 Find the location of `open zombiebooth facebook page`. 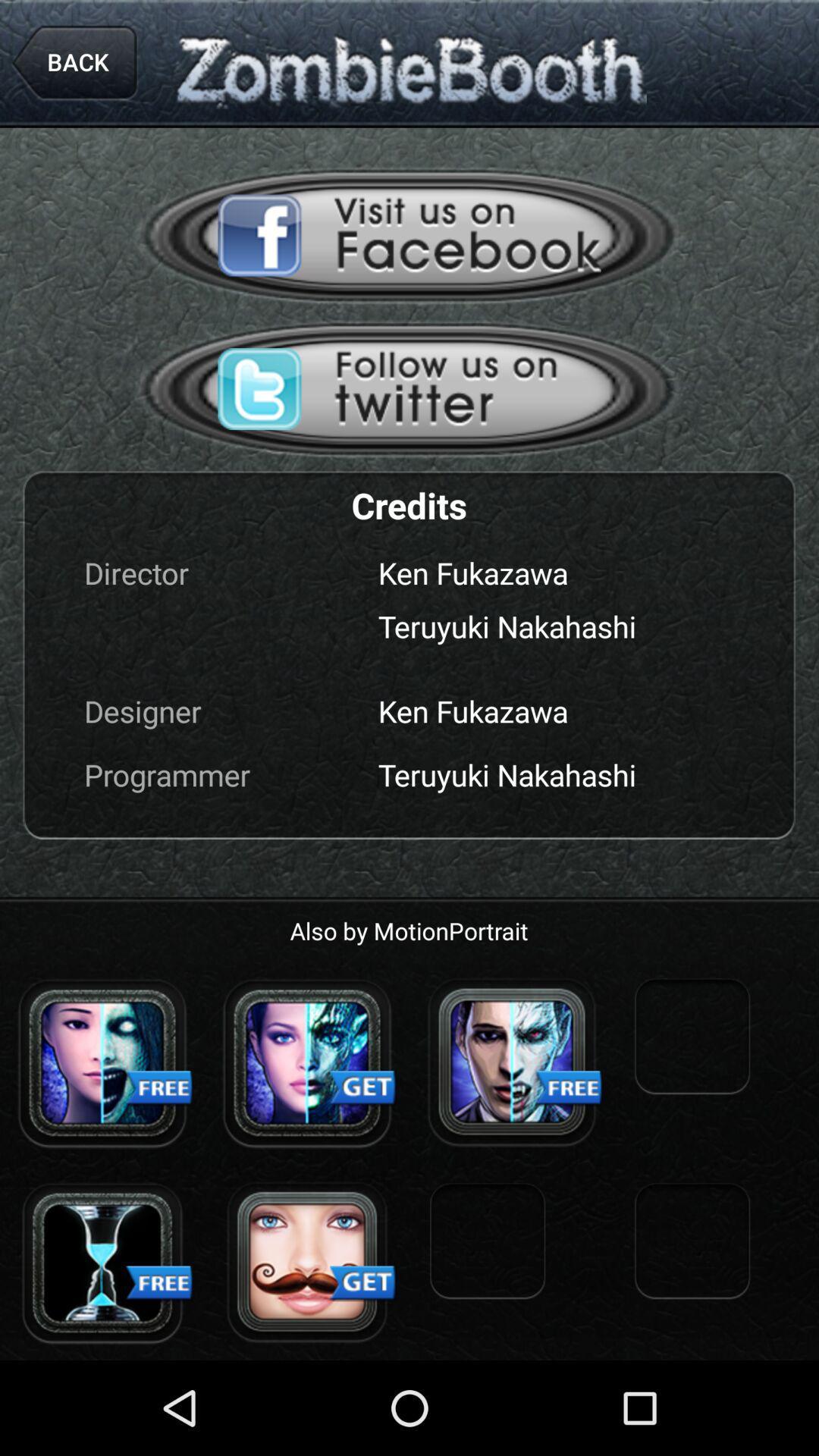

open zombiebooth facebook page is located at coordinates (409, 234).